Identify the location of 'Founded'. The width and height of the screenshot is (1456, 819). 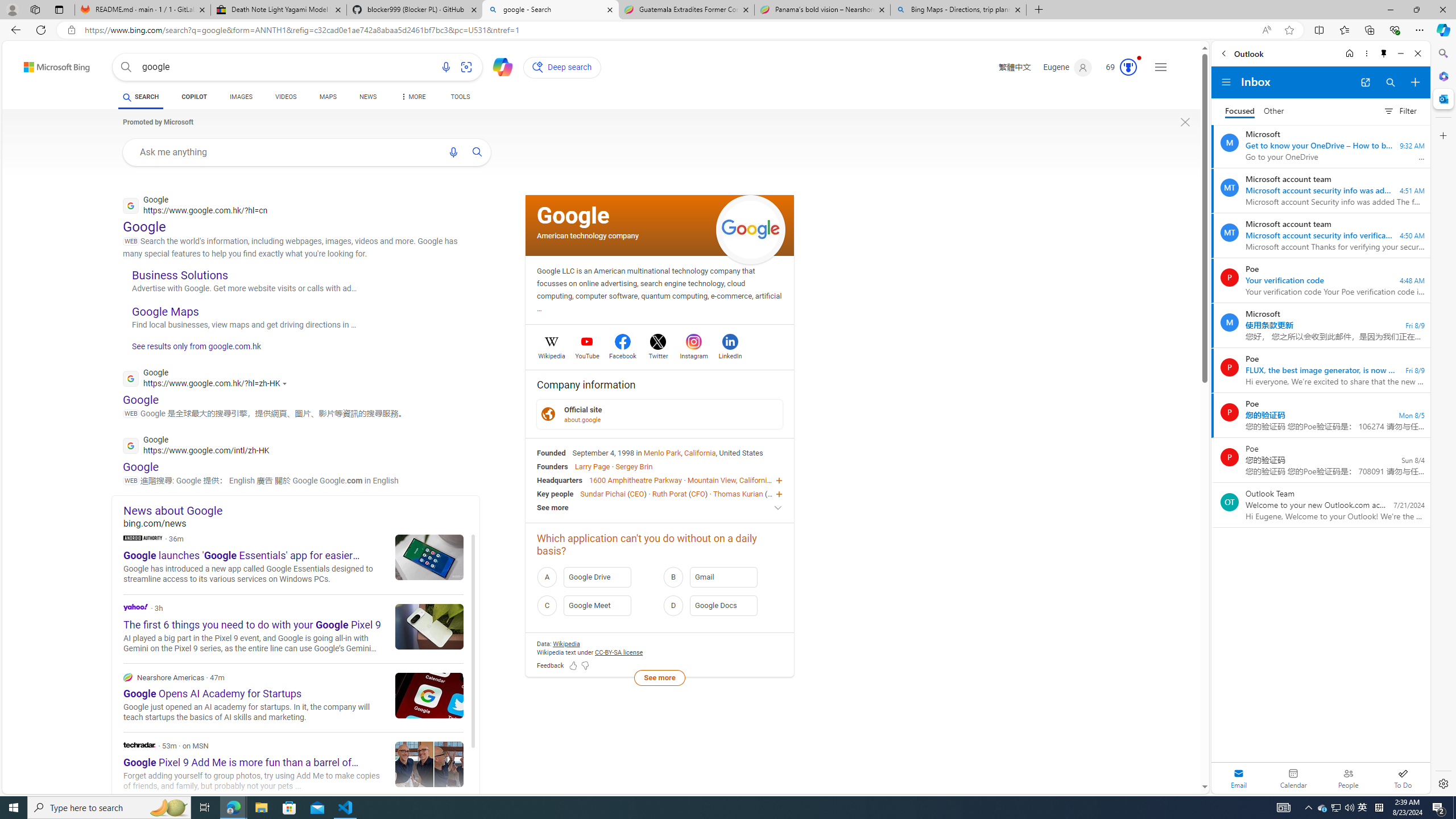
(552, 452).